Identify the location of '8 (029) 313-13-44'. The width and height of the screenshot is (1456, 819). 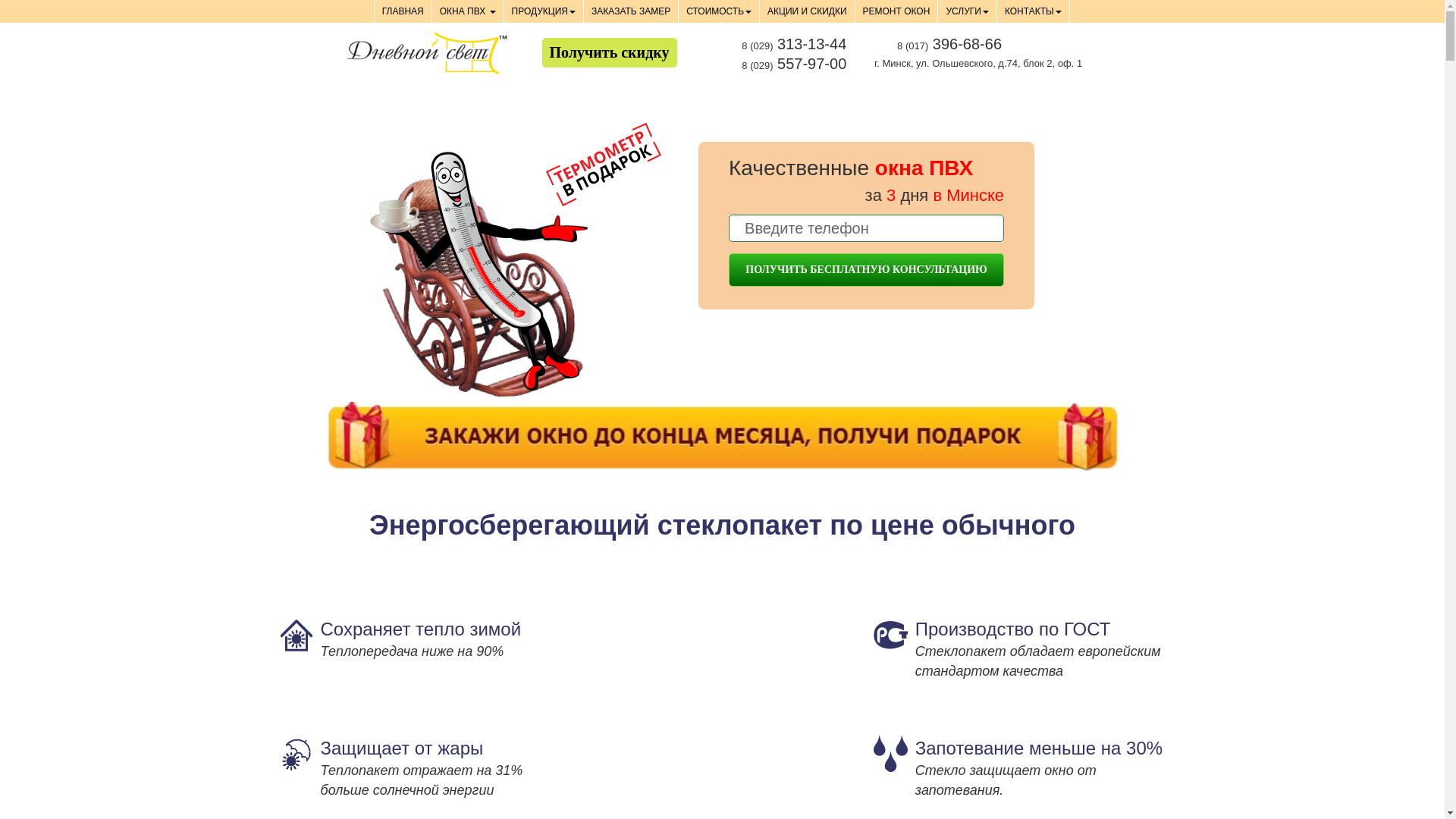
(792, 42).